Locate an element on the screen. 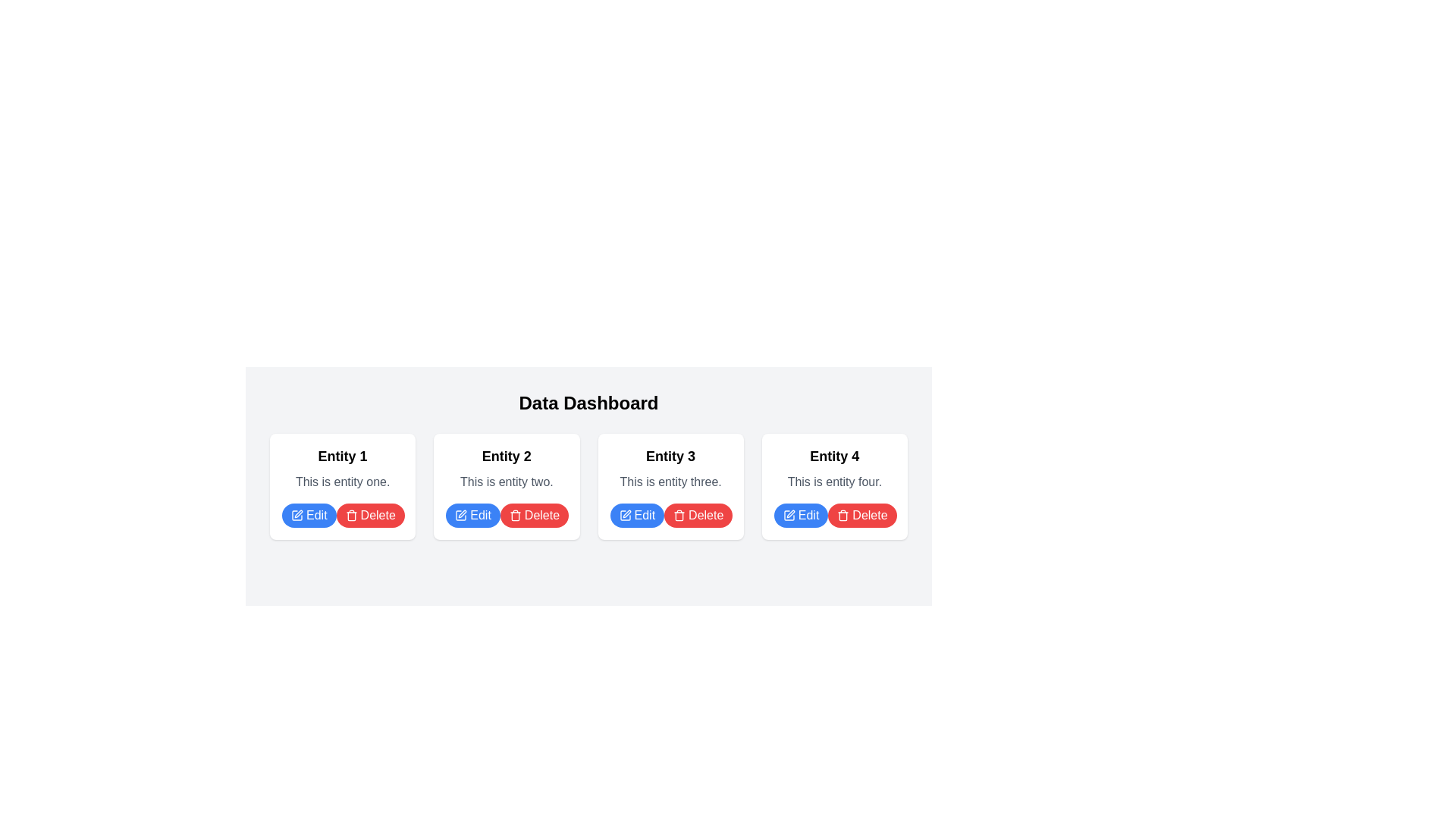 Image resolution: width=1456 pixels, height=819 pixels. the delete button located to the right of the 'Edit' button in the lower section of the card for 'Entity 1' to observe the hover effect is located at coordinates (370, 514).